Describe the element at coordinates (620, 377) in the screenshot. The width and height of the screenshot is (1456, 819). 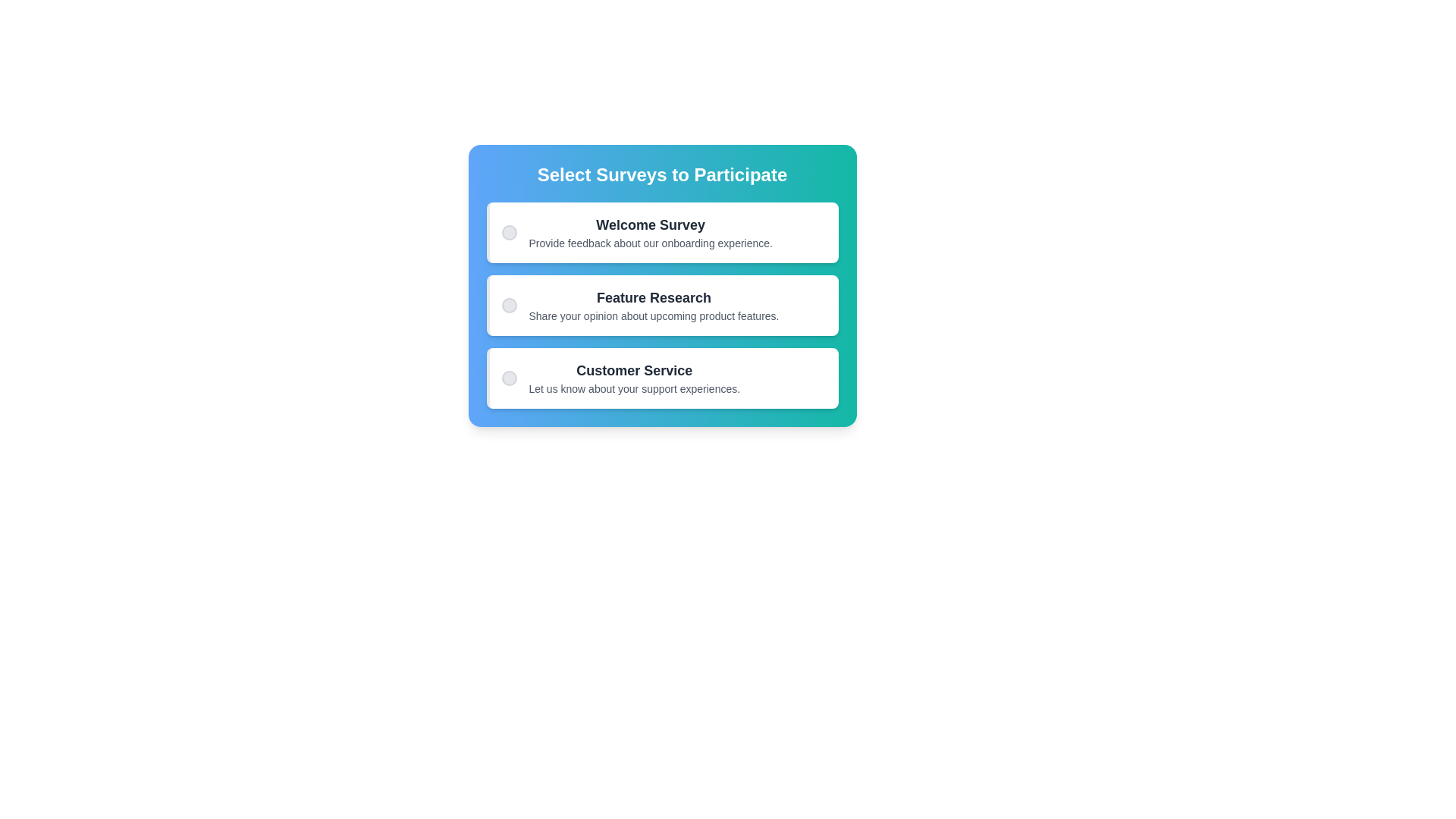
I see `the selectable survey option labeled 'Customer Service'` at that location.